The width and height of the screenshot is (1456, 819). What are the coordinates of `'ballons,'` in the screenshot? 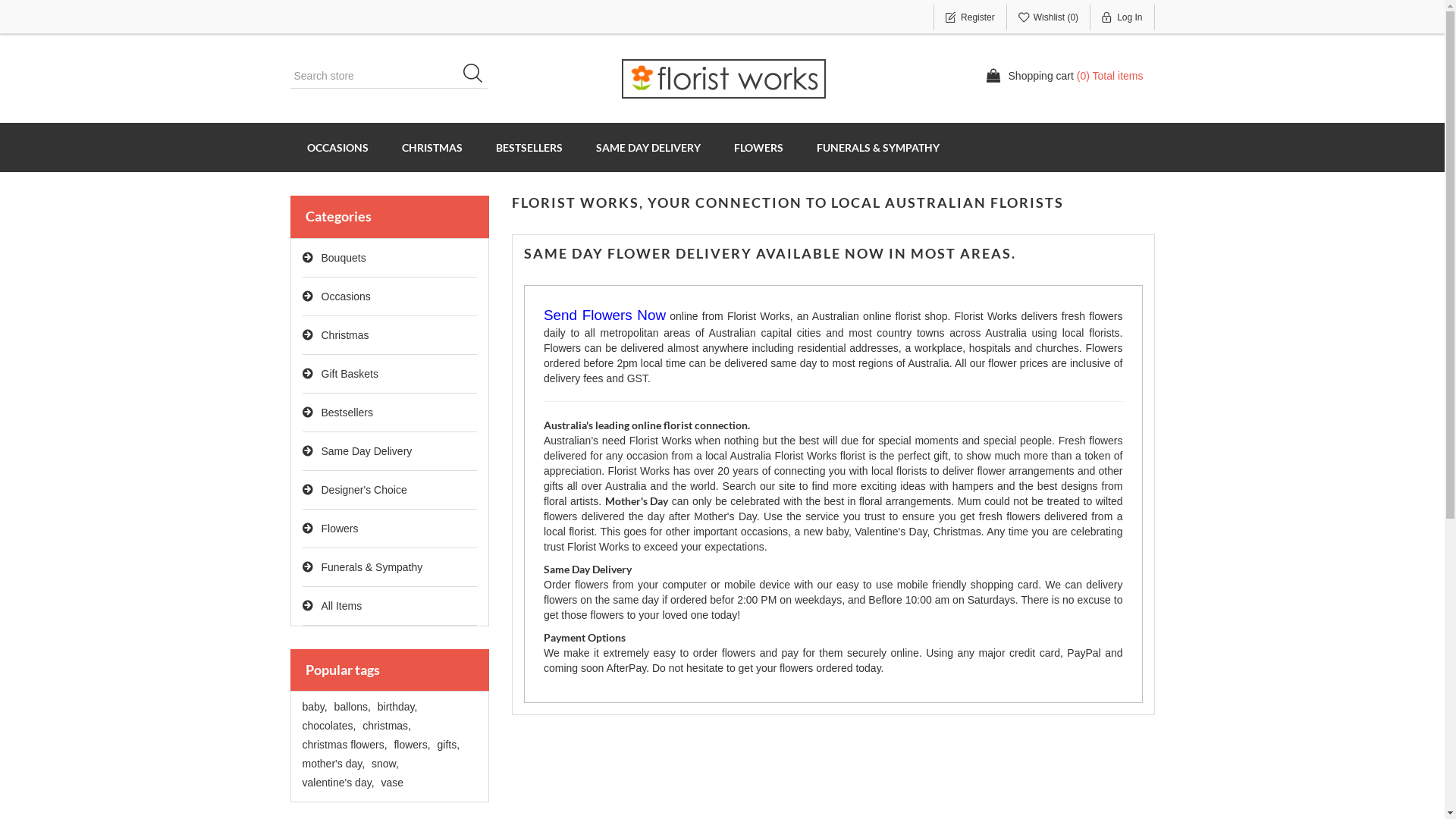 It's located at (334, 707).